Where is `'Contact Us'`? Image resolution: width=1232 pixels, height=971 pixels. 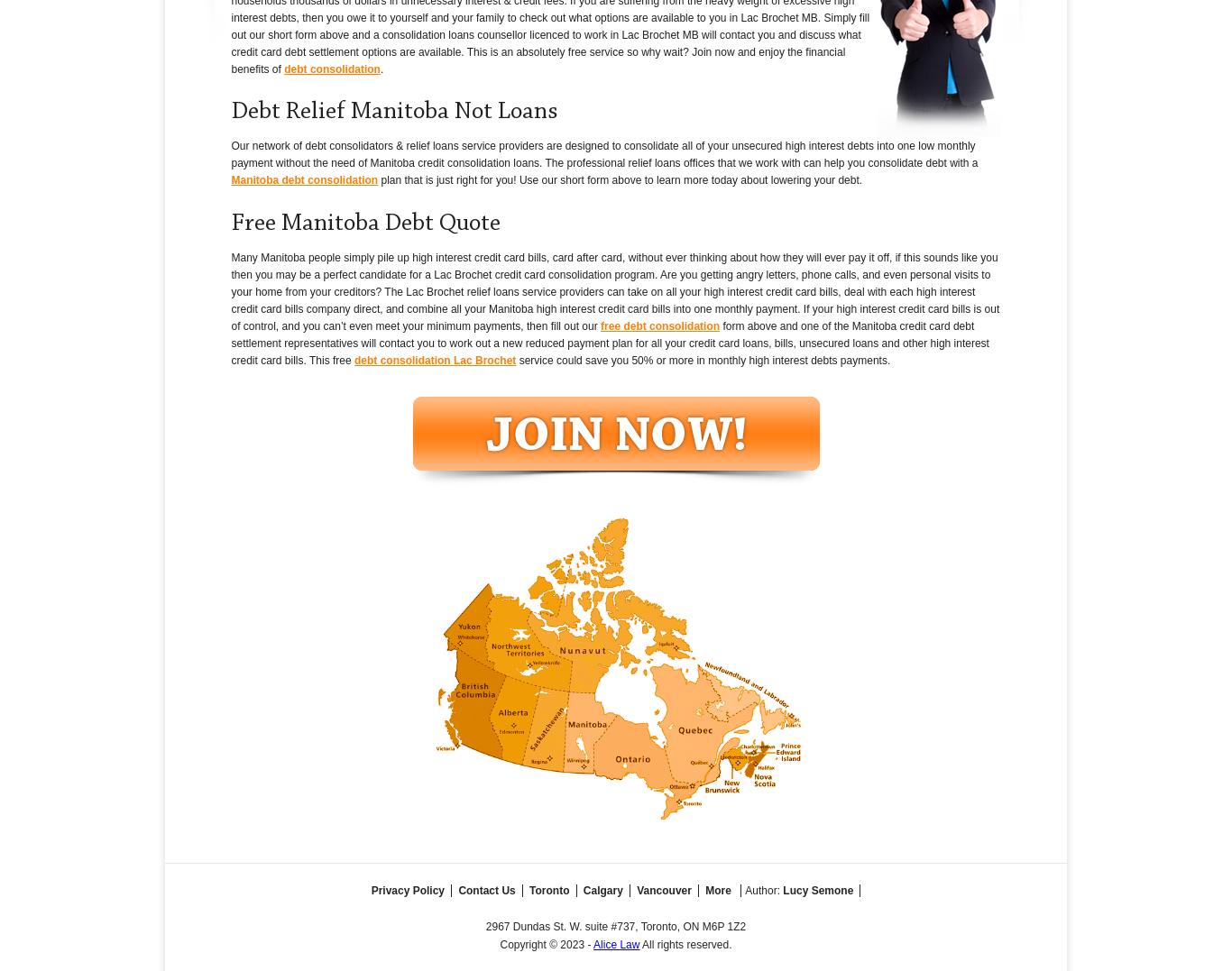 'Contact Us' is located at coordinates (486, 889).